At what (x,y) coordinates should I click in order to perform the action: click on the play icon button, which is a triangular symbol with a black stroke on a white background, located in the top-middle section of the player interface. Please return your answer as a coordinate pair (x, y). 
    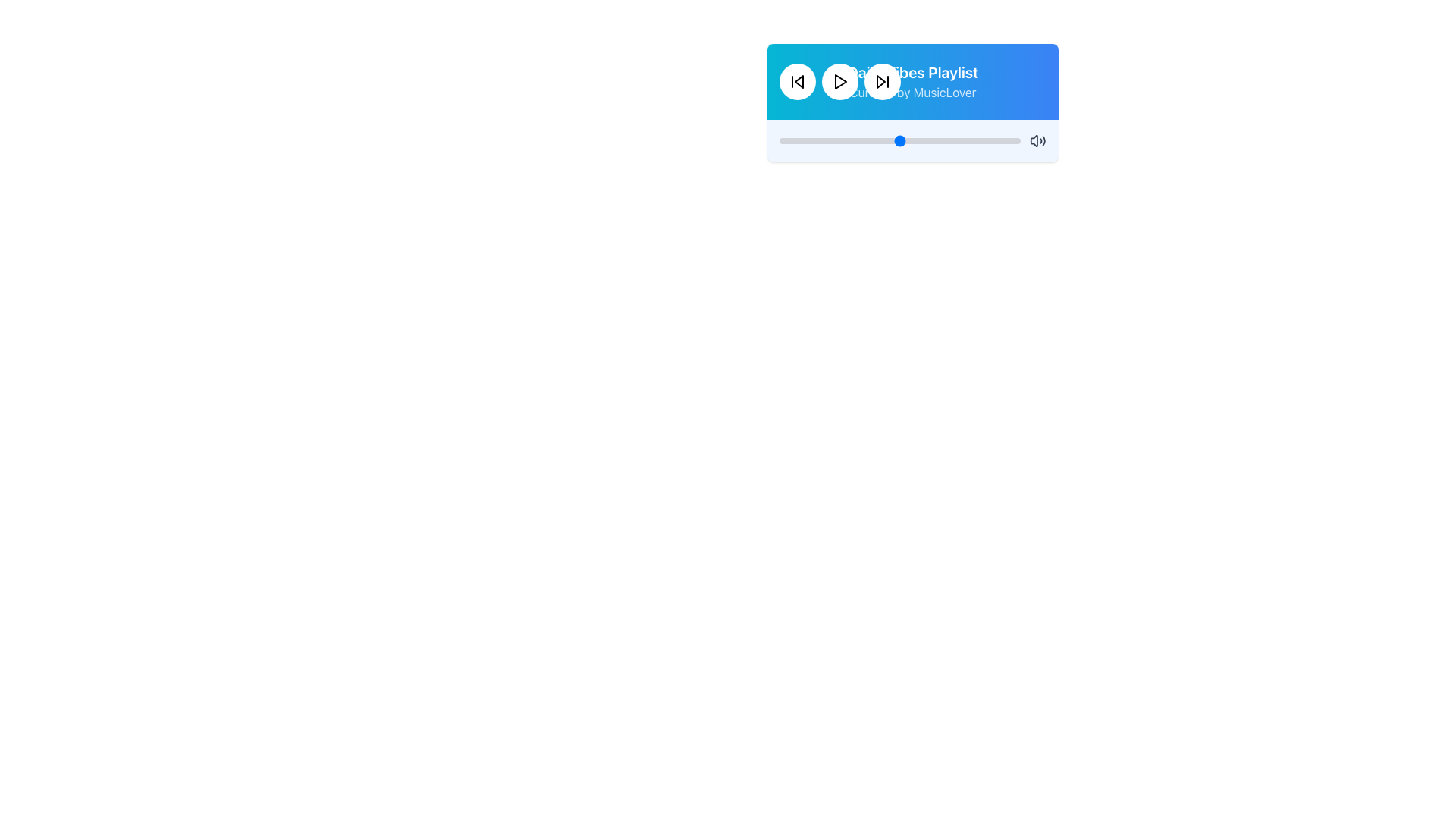
    Looking at the image, I should click on (839, 82).